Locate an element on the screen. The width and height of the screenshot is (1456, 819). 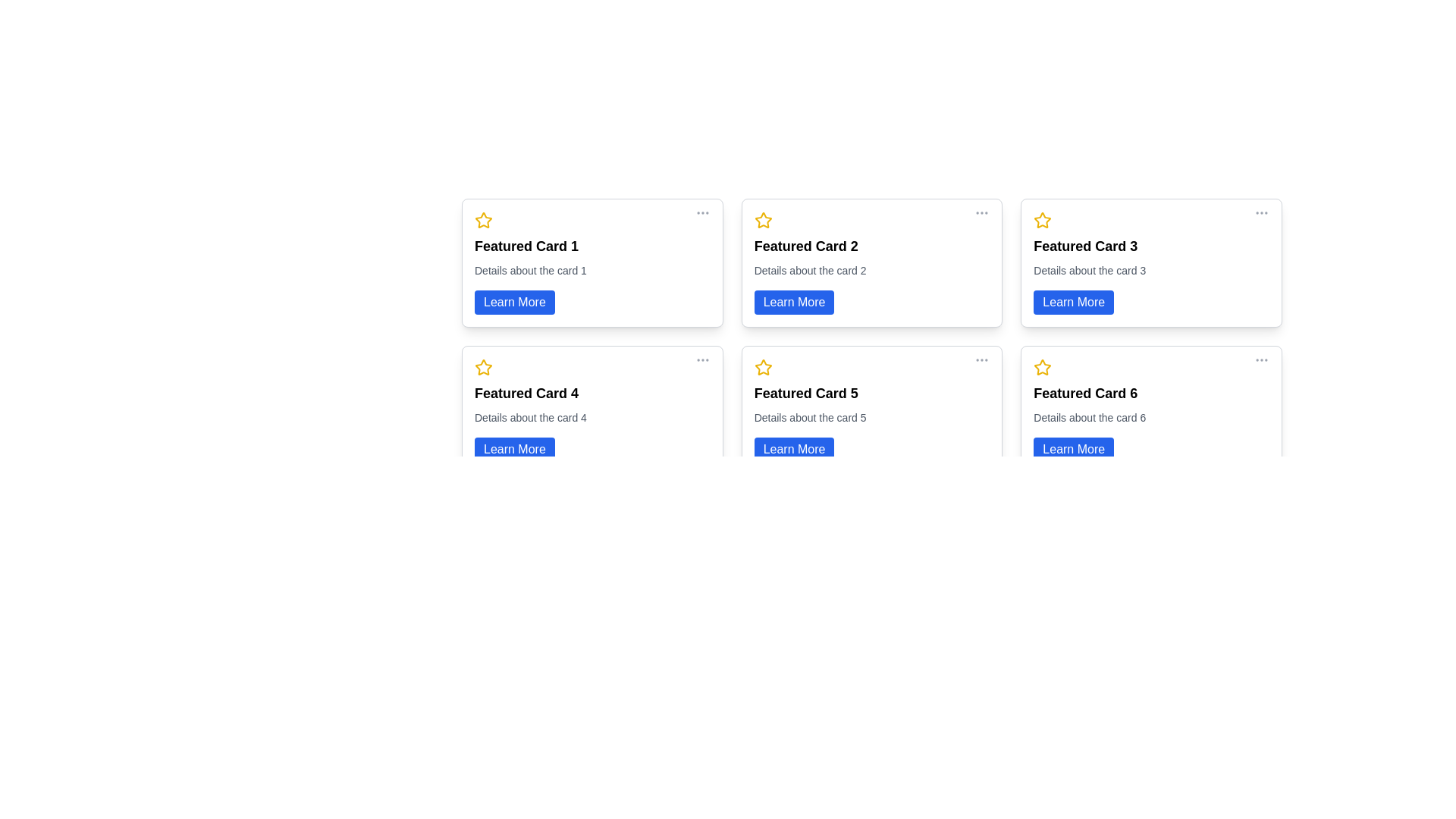
the 'Learn More' button located at the bottom of 'Featured Card 3' is located at coordinates (1073, 302).